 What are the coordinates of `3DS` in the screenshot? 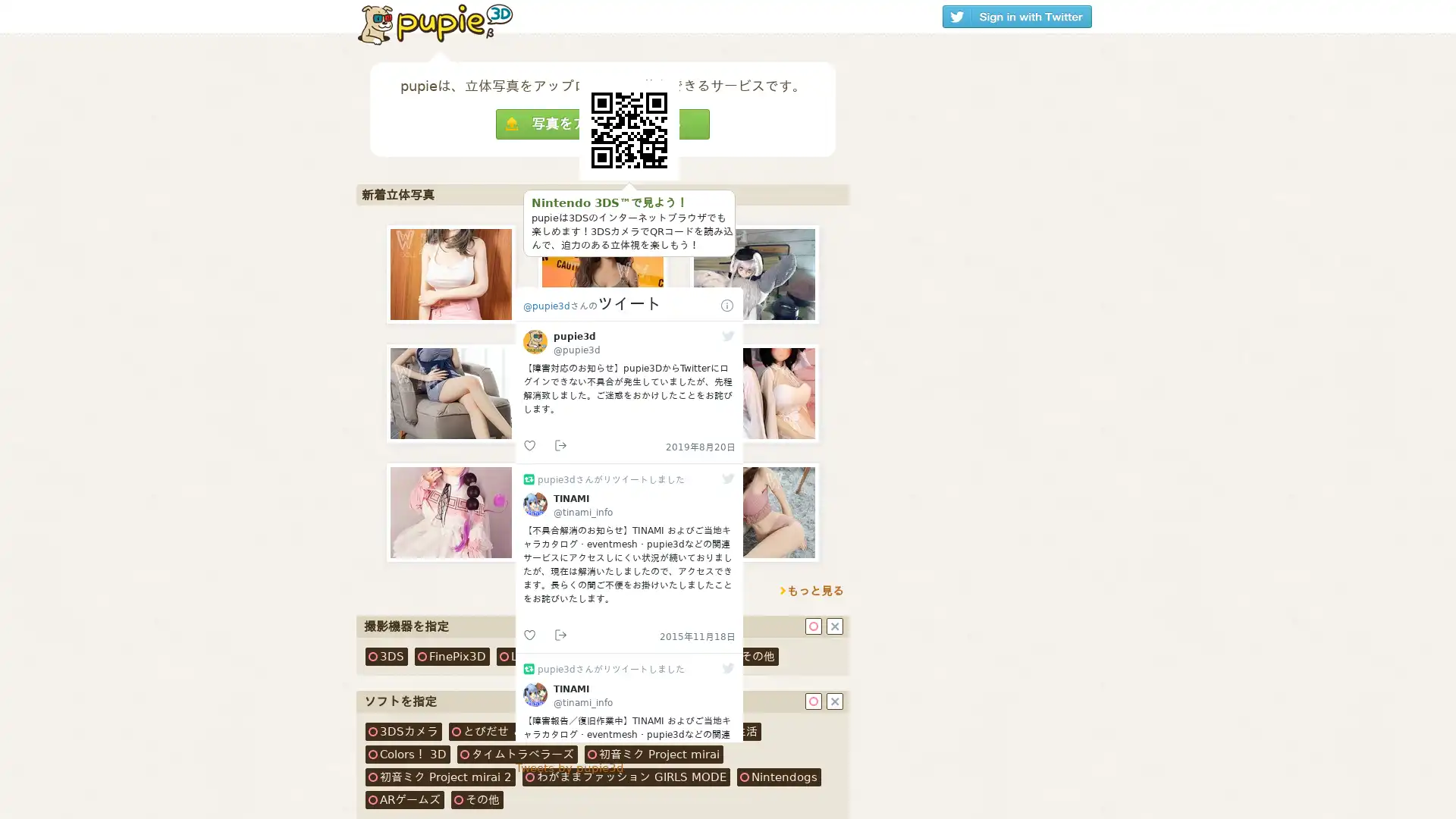 It's located at (386, 656).